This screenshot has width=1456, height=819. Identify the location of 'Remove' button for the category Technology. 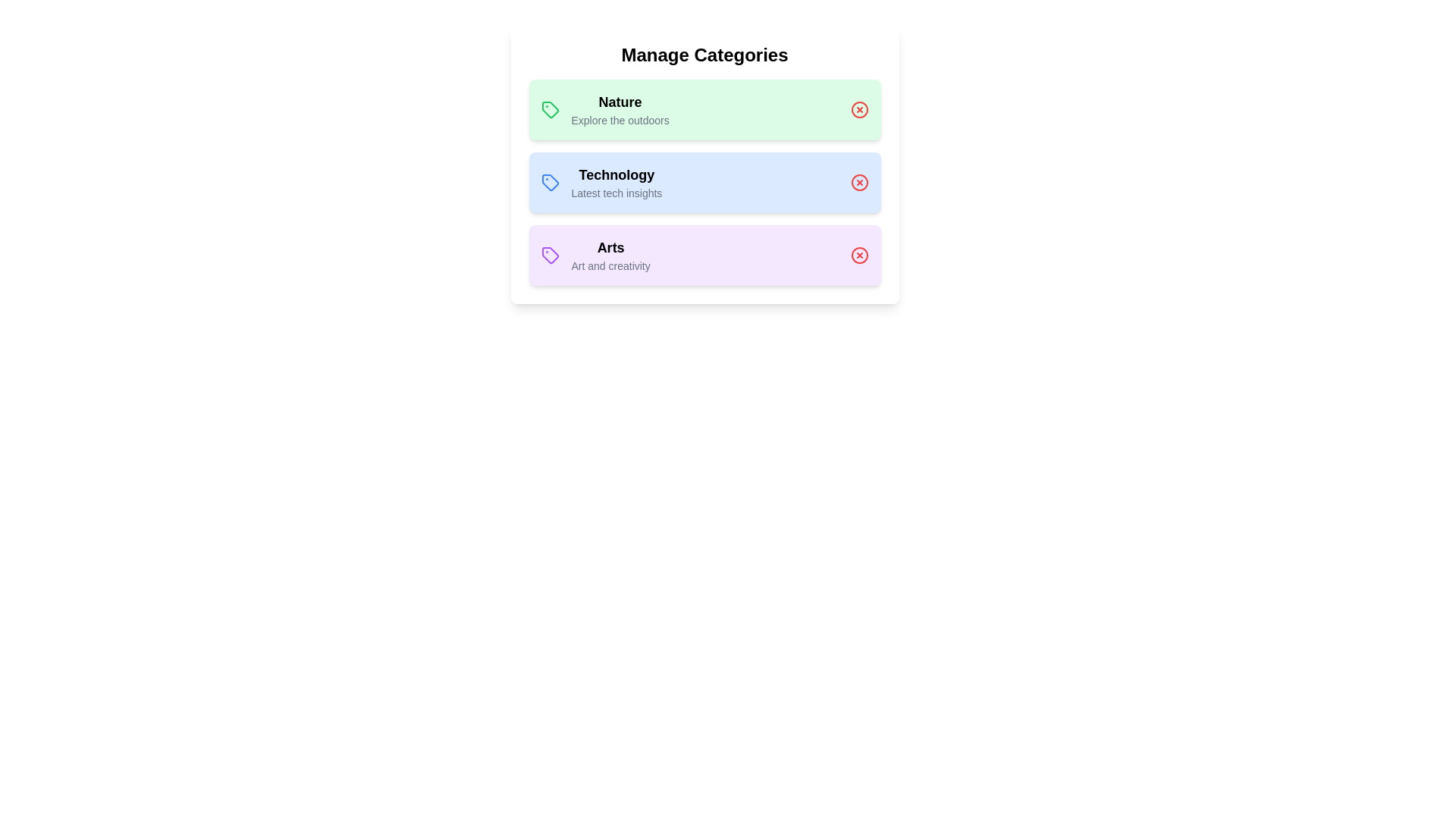
(859, 181).